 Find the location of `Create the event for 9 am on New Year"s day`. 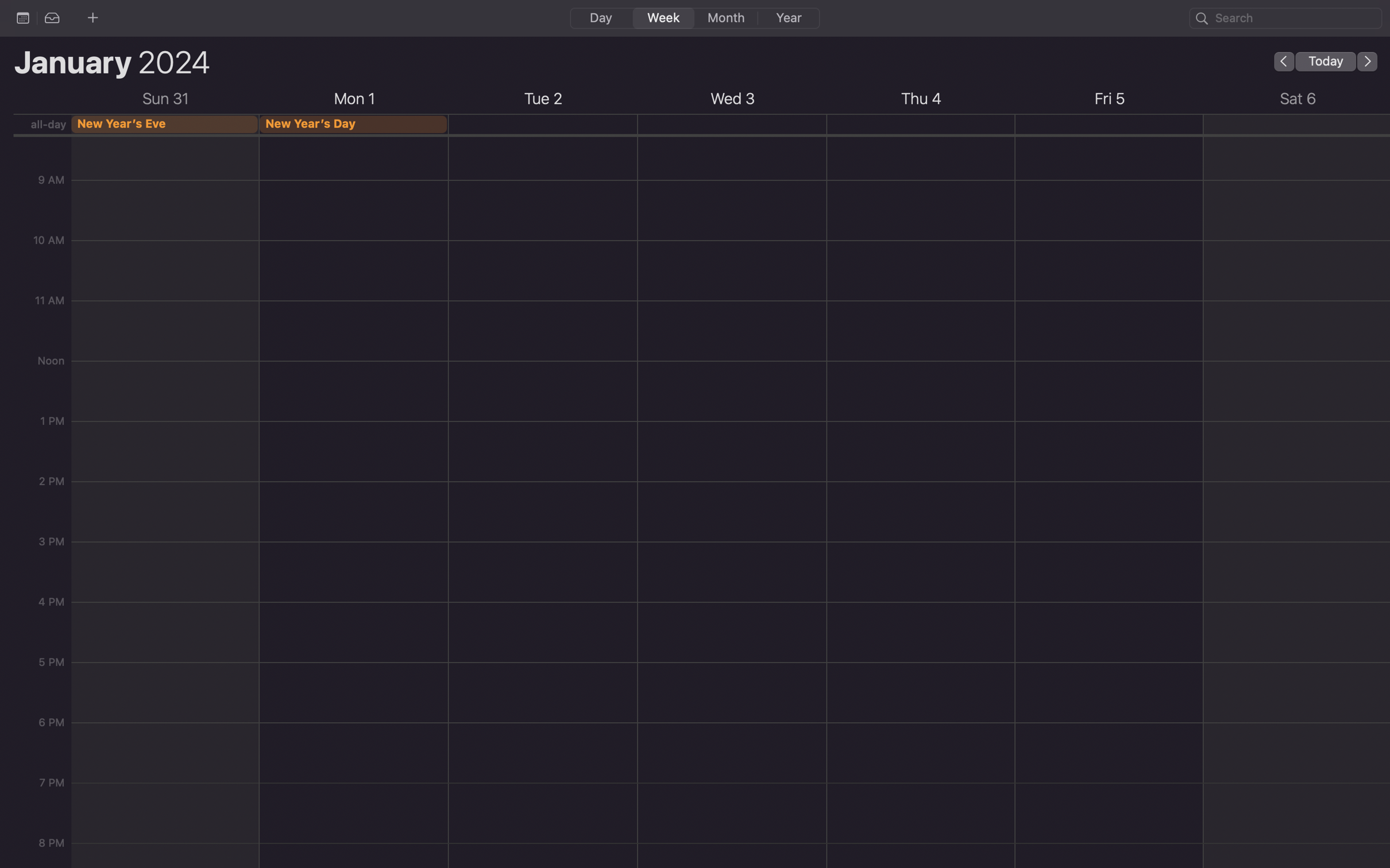

Create the event for 9 am on New Year"s day is located at coordinates (354, 190).